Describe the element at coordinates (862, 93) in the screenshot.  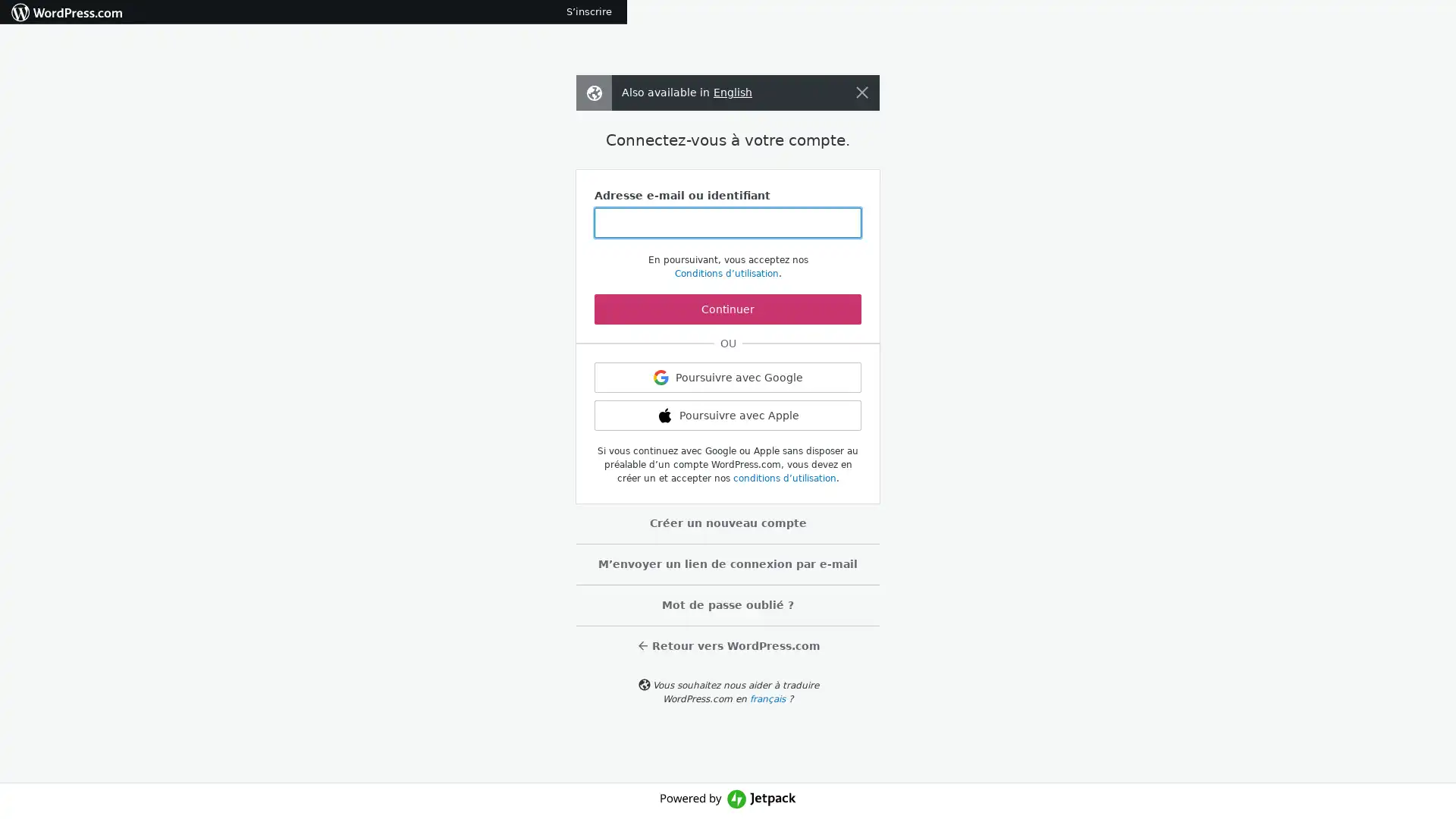
I see `Fermer` at that location.